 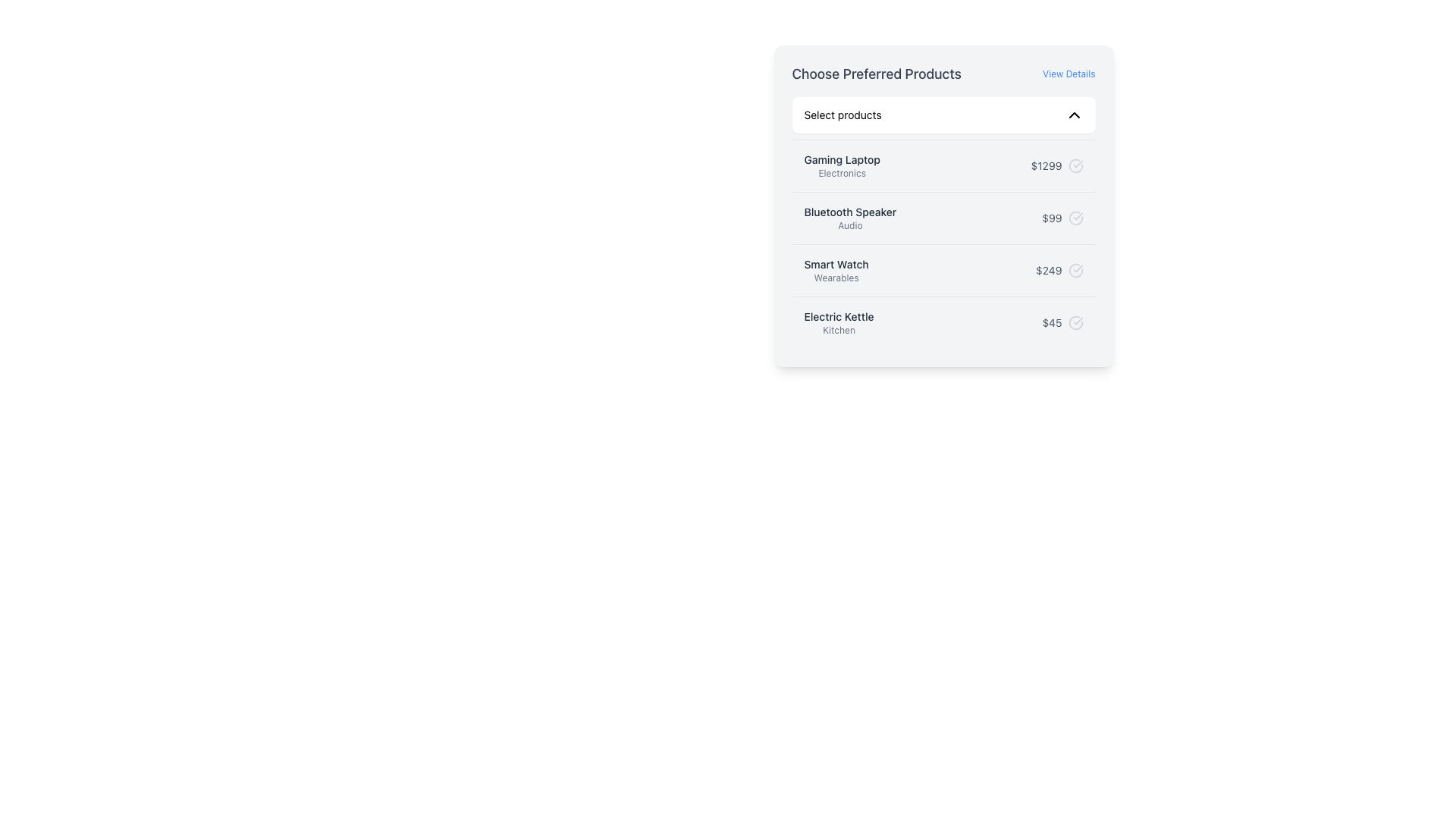 I want to click on the hyperlink located in the header section, aligned to the right, which provides access, so click(x=1068, y=74).